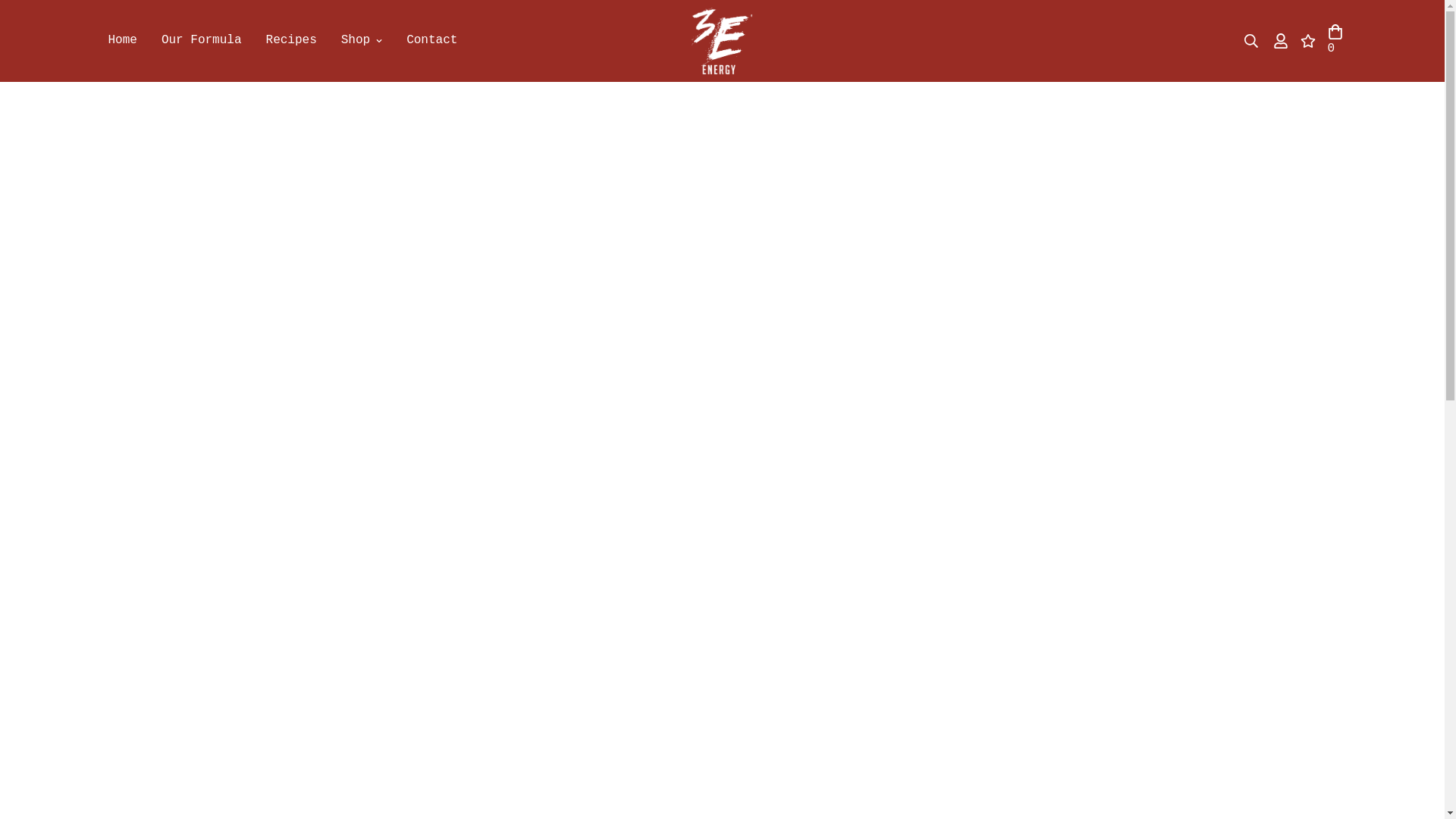  I want to click on 'Recipes', so click(291, 39).